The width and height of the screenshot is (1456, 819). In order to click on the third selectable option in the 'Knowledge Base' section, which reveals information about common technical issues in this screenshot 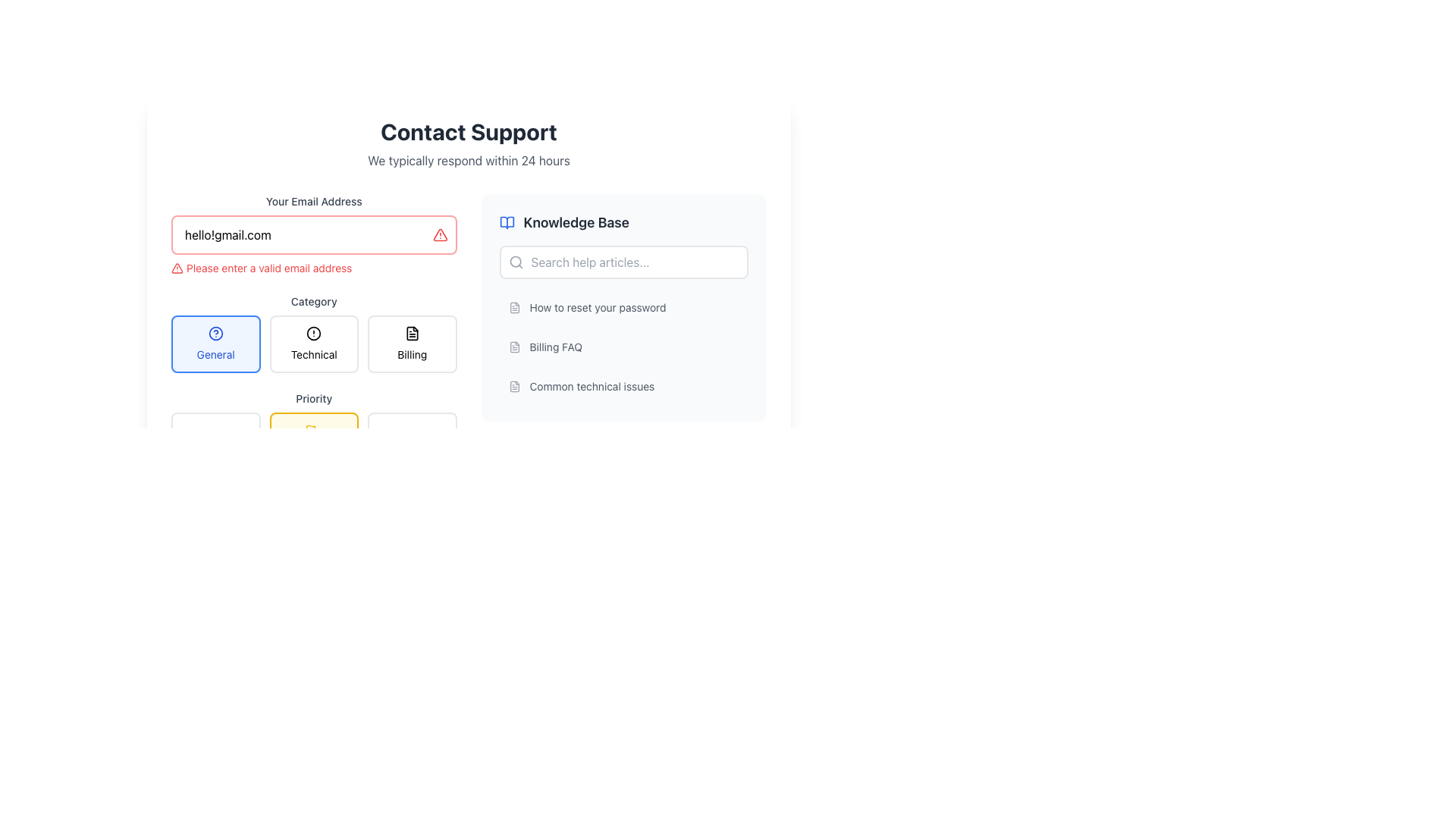, I will do `click(623, 385)`.